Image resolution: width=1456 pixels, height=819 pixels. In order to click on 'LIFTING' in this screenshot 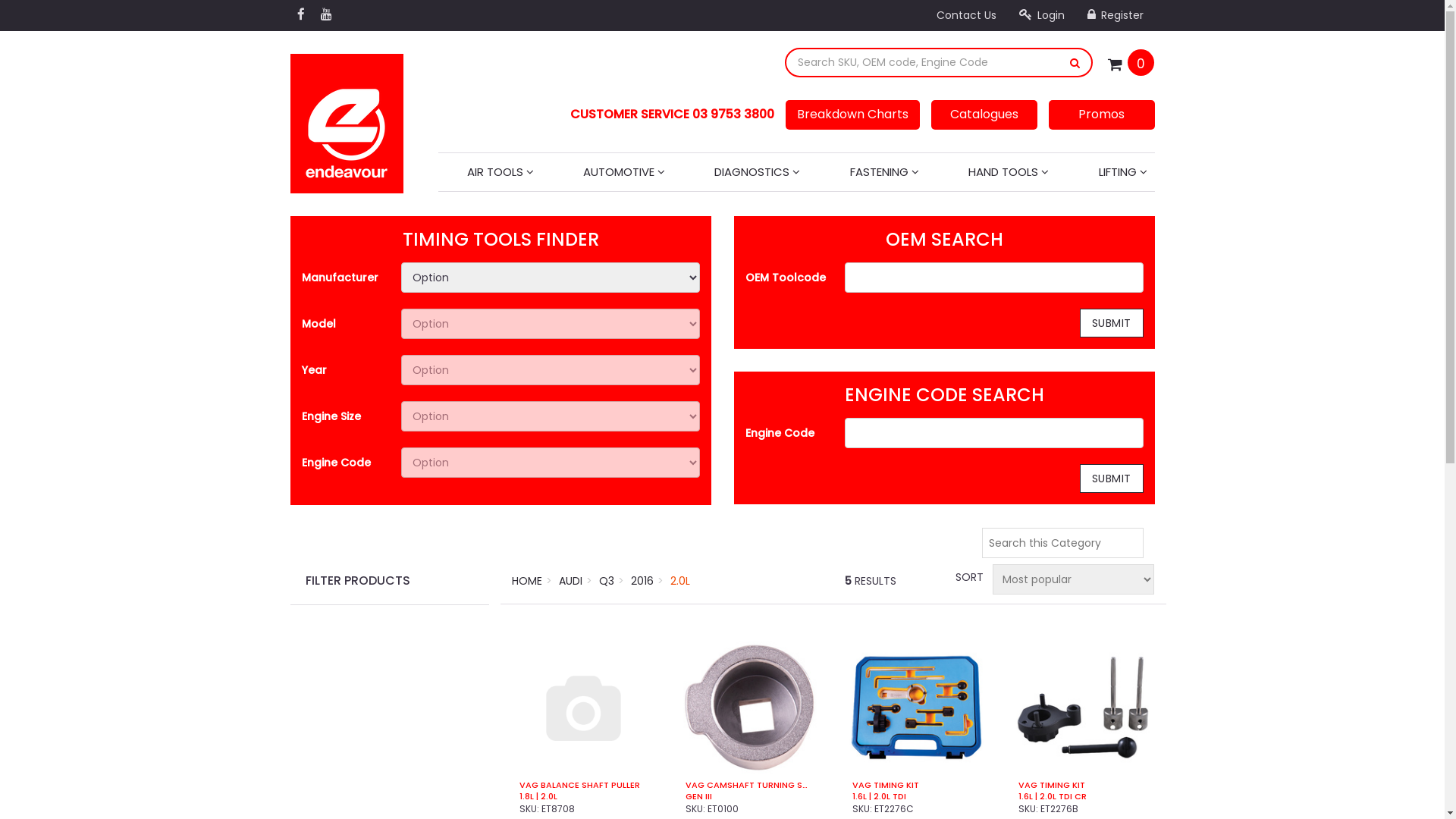, I will do `click(1122, 171)`.